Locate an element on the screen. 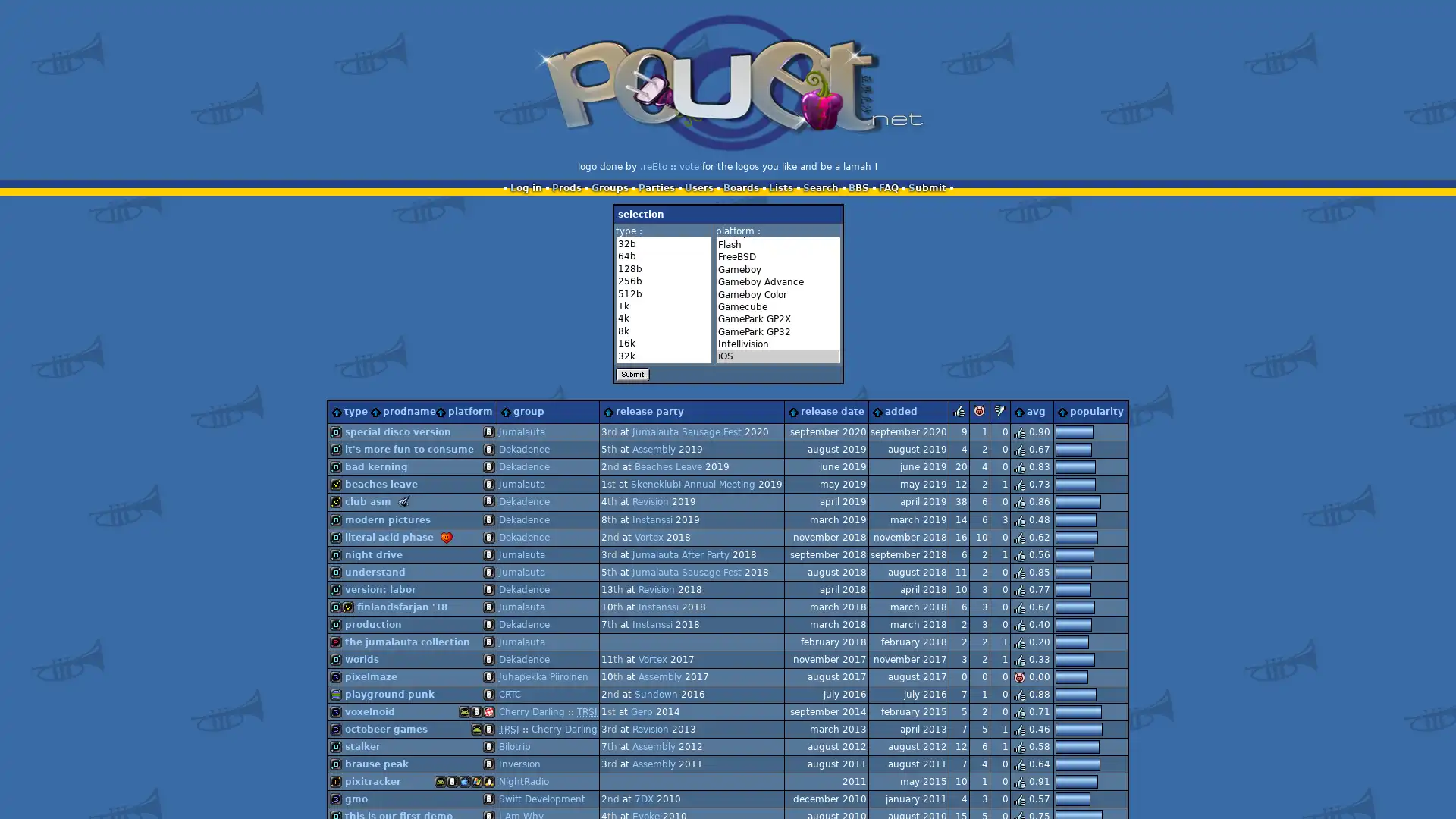 This screenshot has width=1456, height=819. Submit is located at coordinates (632, 374).